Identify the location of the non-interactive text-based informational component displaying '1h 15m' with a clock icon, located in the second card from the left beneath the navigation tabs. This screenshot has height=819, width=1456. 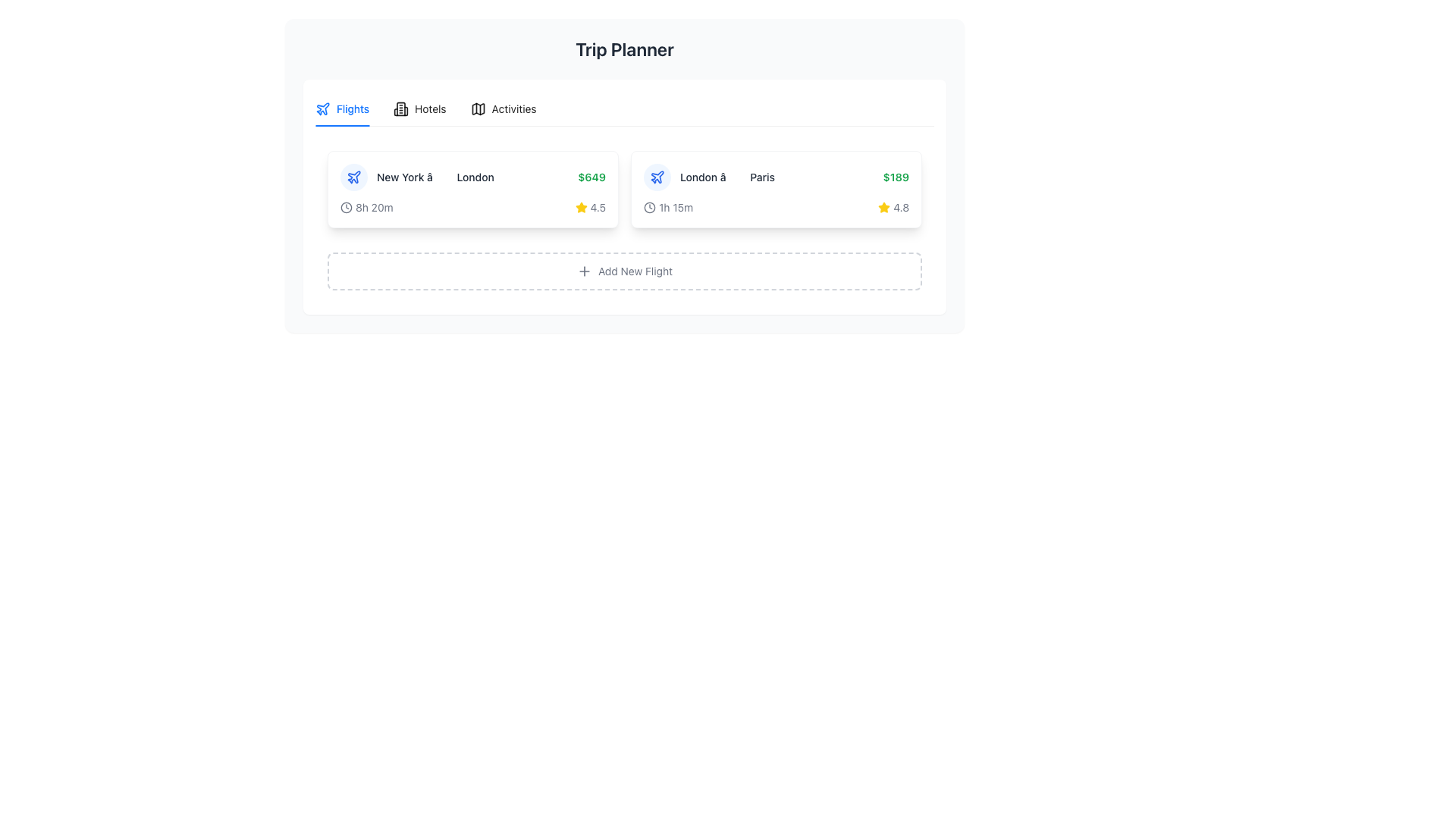
(667, 207).